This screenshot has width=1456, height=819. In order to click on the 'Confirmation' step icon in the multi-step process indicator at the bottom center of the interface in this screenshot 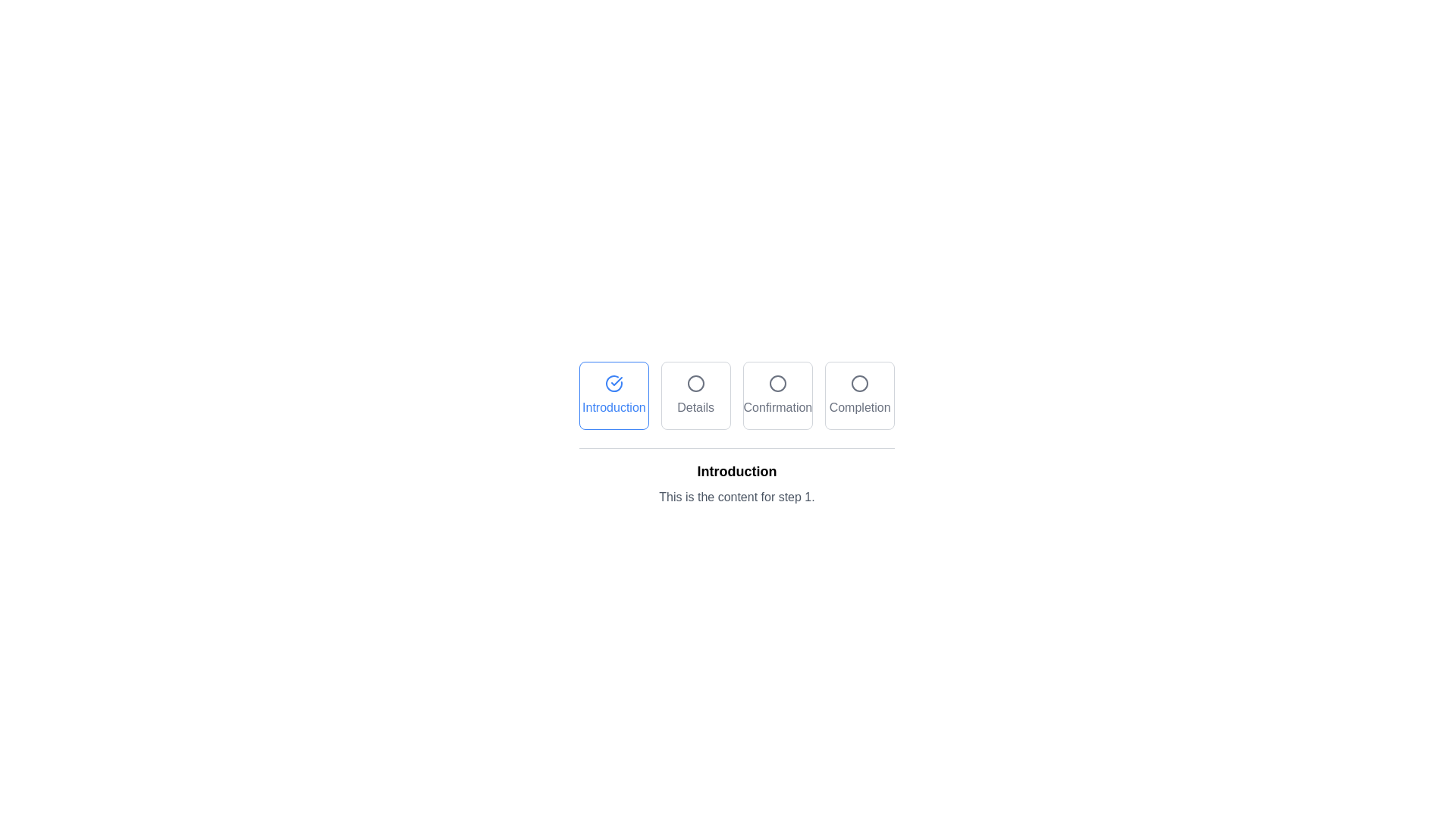, I will do `click(777, 382)`.